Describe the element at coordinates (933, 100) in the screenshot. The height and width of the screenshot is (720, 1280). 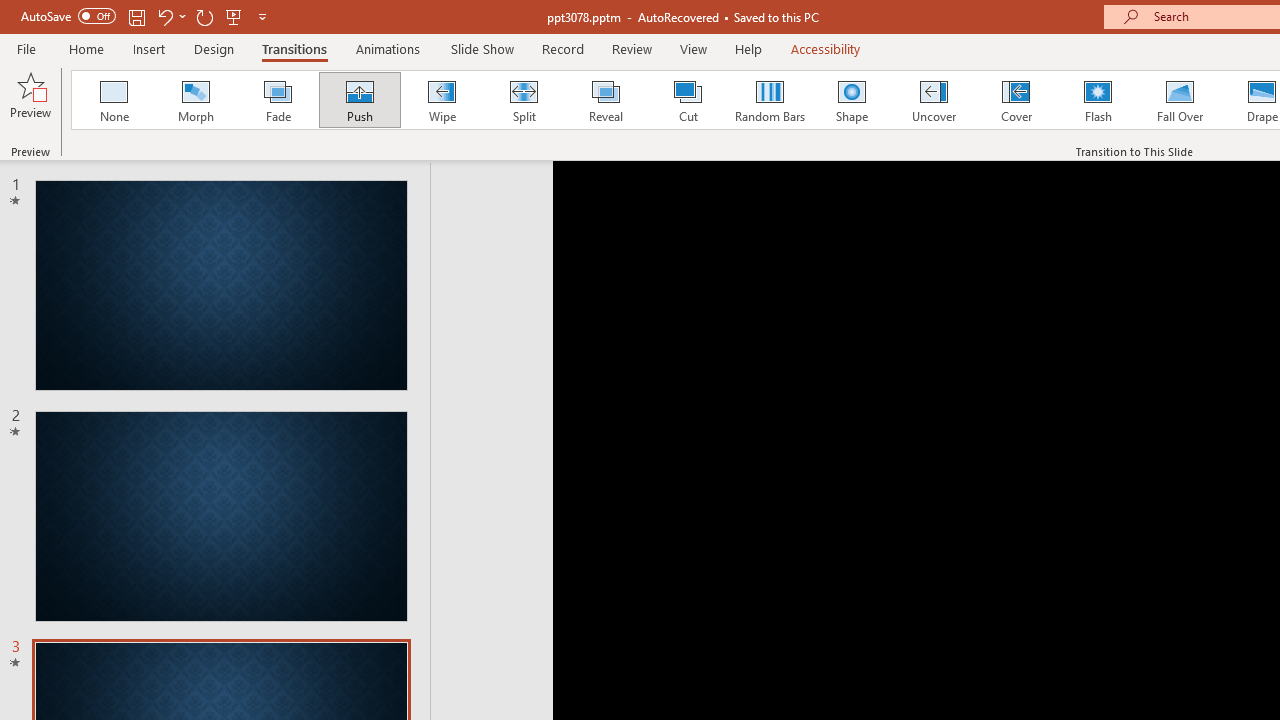
I see `'Uncover'` at that location.